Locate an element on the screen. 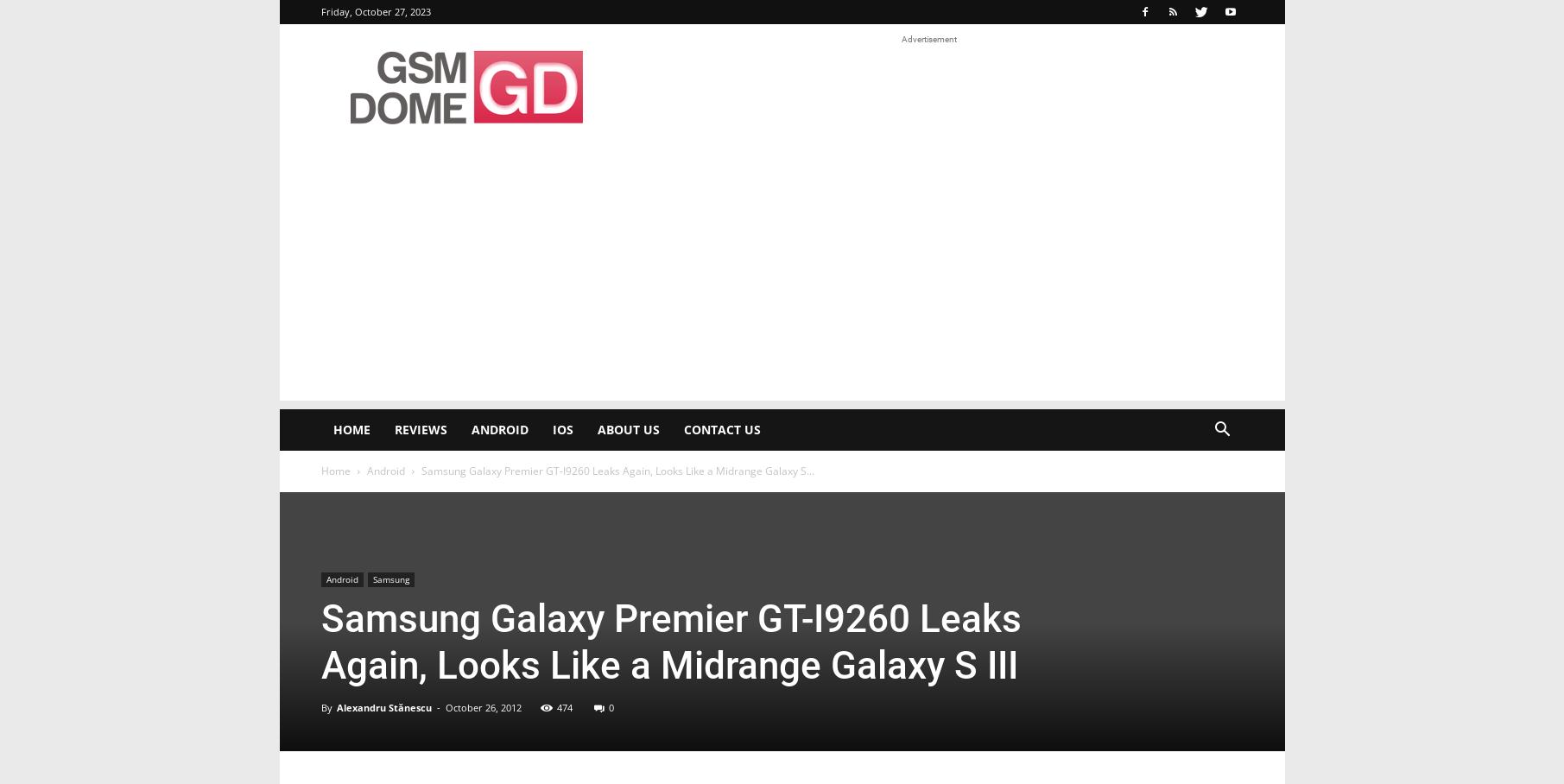 Image resolution: width=1564 pixels, height=784 pixels. '474' is located at coordinates (564, 707).